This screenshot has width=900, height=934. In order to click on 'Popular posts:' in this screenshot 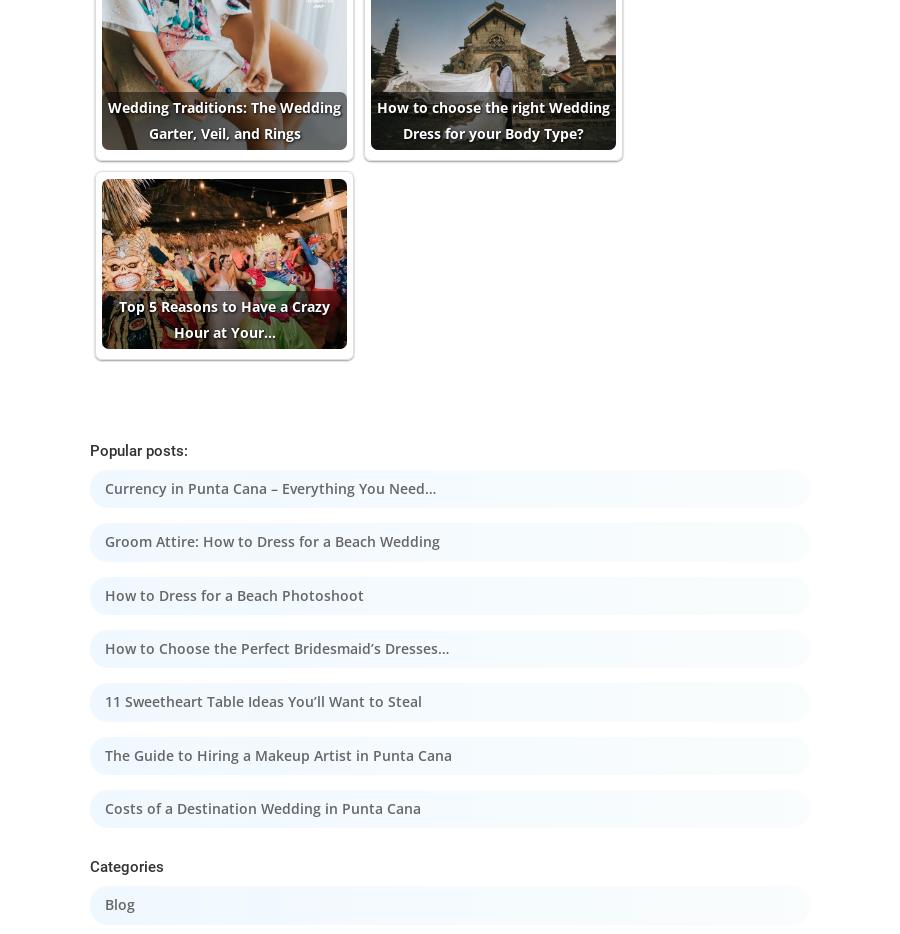, I will do `click(138, 451)`.